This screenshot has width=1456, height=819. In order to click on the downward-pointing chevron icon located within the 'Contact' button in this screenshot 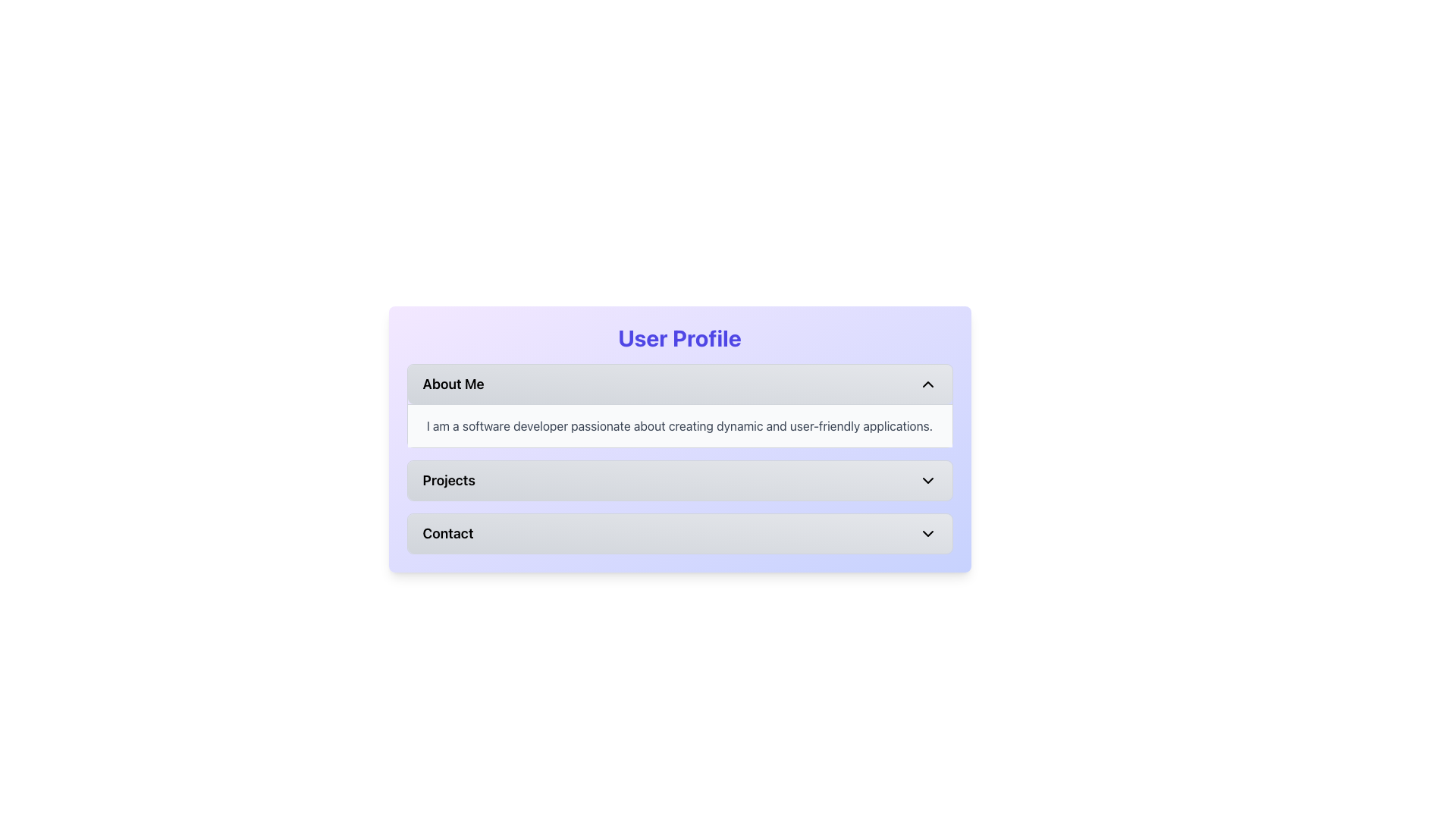, I will do `click(927, 533)`.